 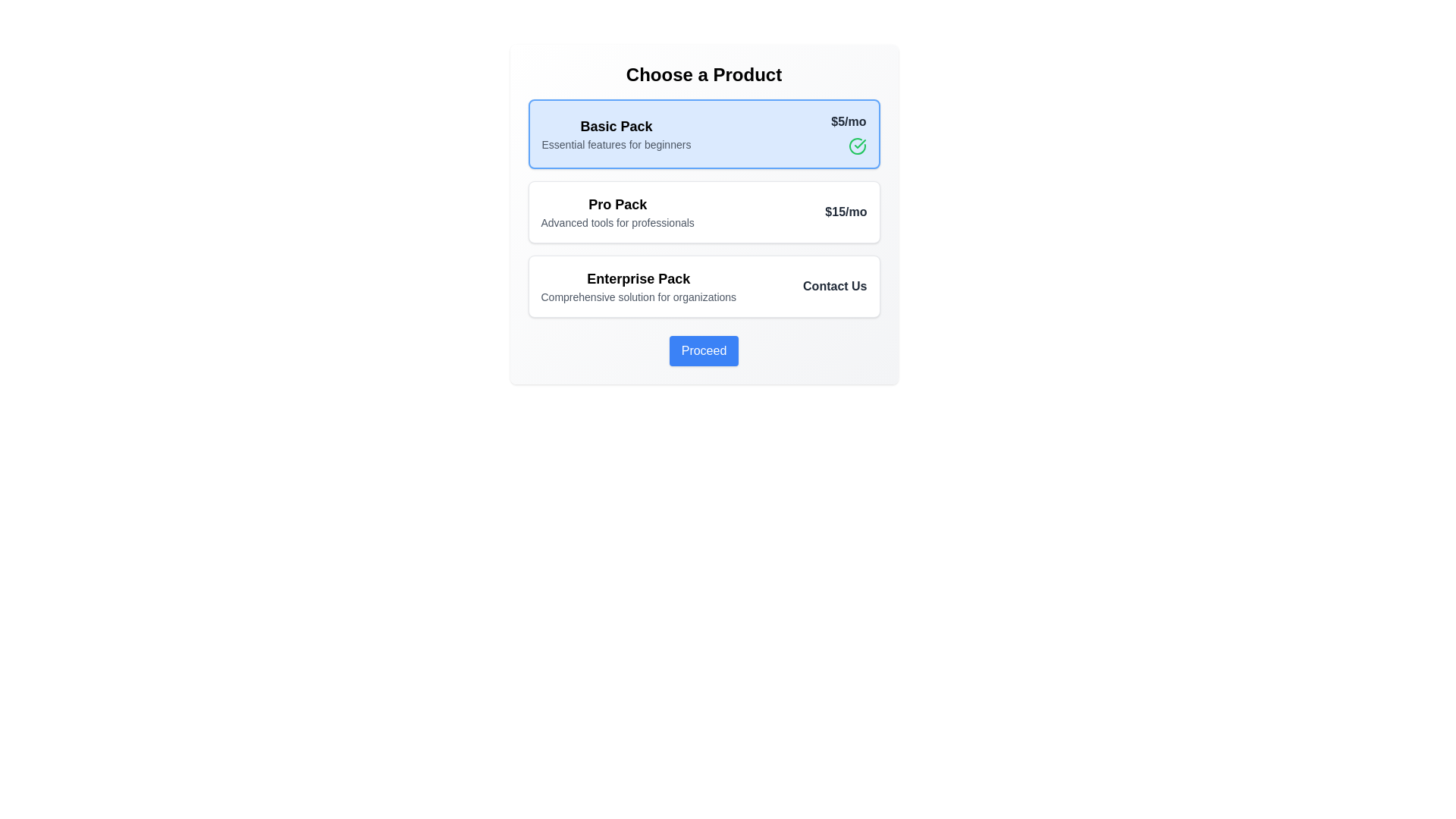 What do you see at coordinates (616, 125) in the screenshot?
I see `the 'Basic Pack' title text element` at bounding box center [616, 125].